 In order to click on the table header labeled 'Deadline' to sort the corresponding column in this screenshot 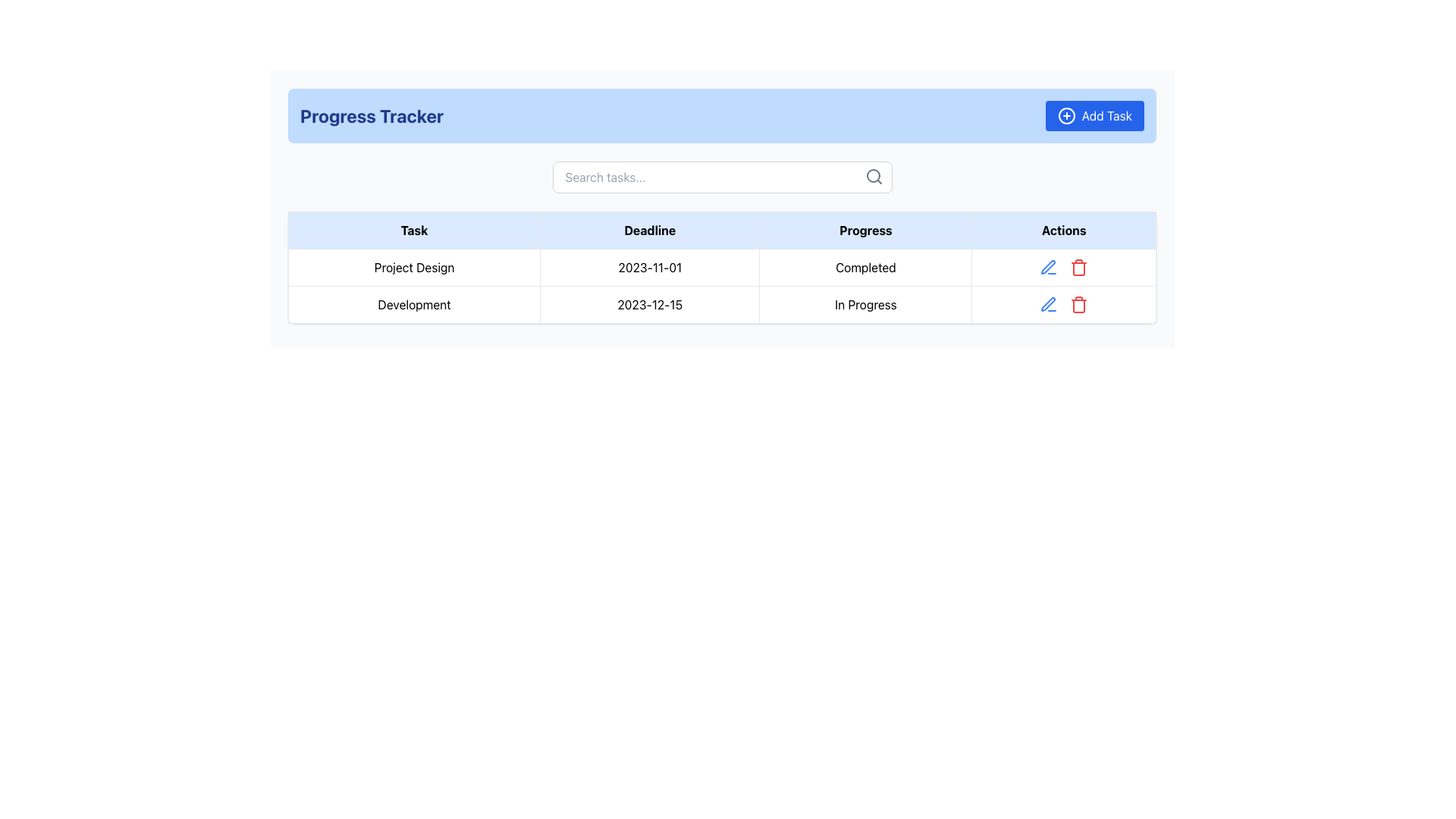, I will do `click(650, 231)`.